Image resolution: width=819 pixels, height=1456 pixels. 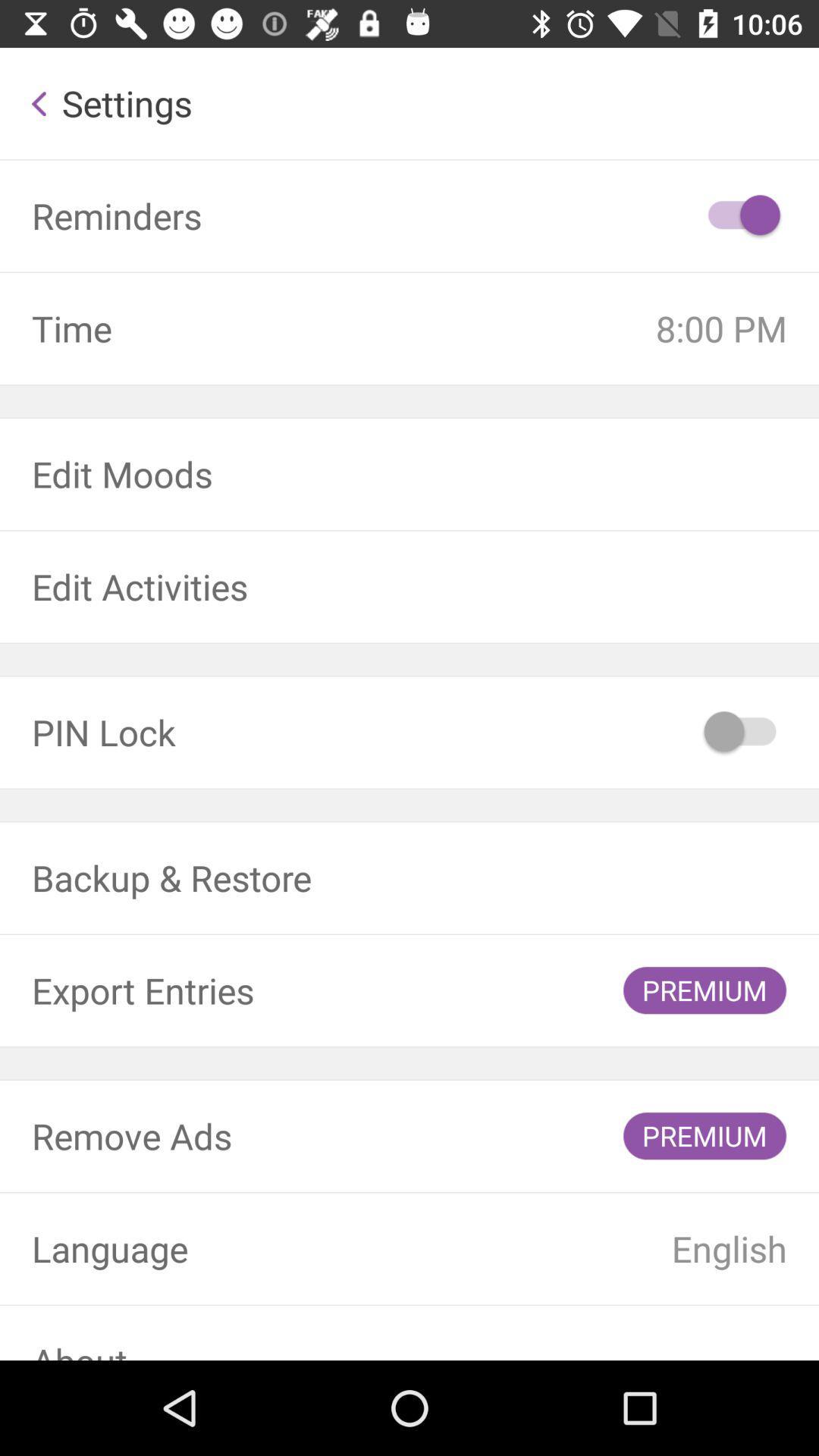 I want to click on pin lock on/off, so click(x=741, y=732).